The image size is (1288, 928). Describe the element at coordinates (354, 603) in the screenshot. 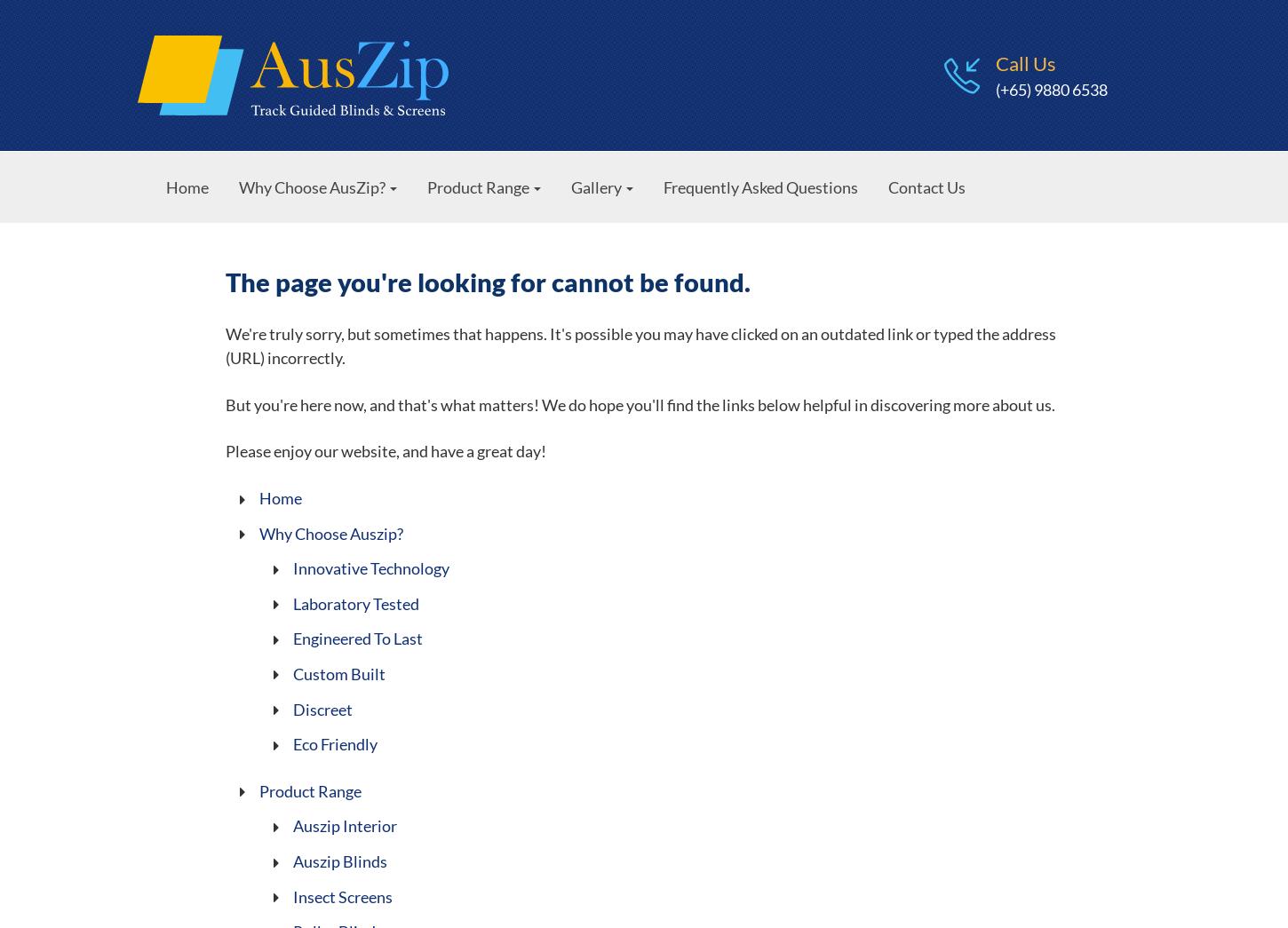

I see `'Laboratory Tested'` at that location.